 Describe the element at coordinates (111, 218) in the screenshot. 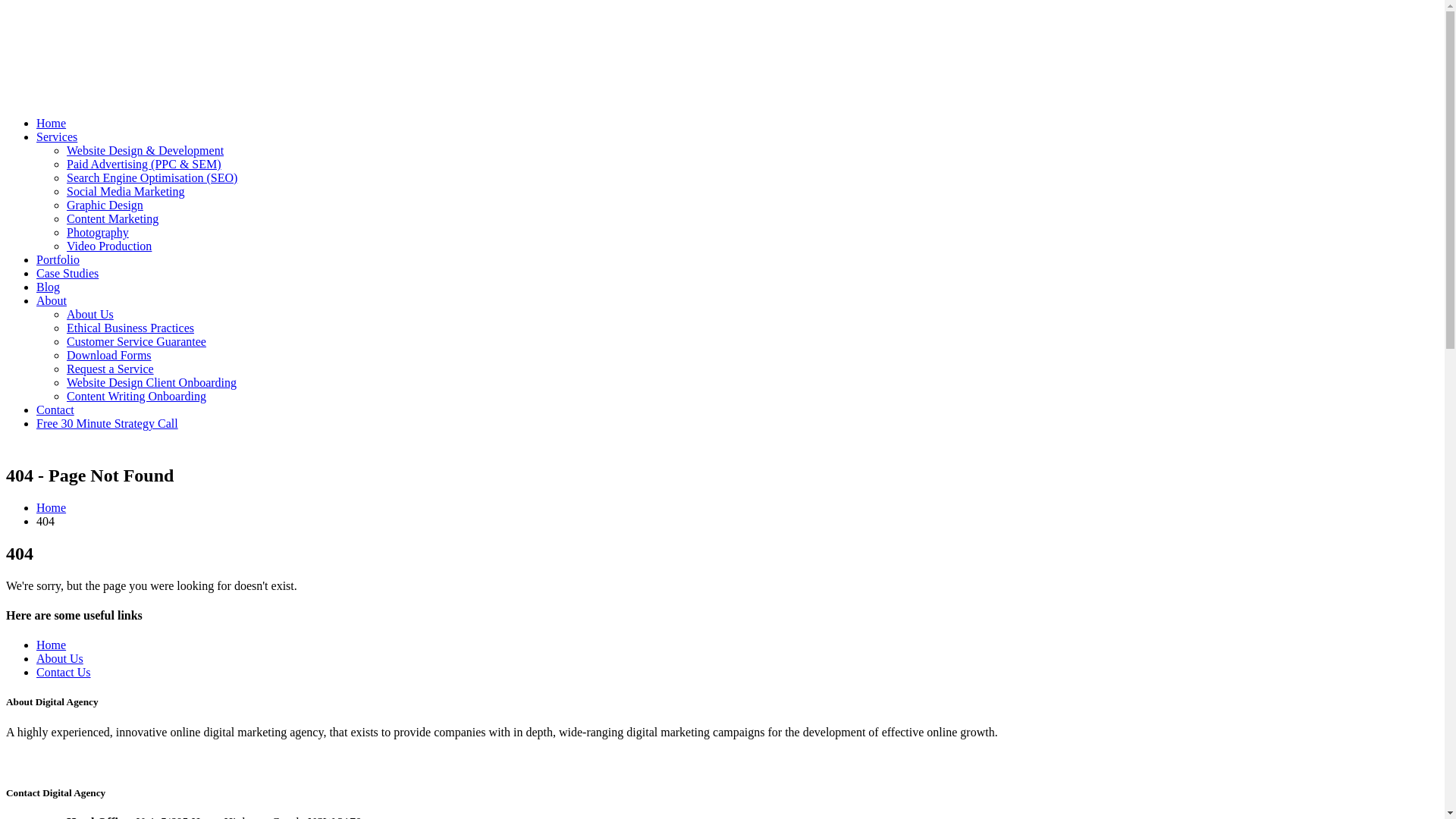

I see `'Content Marketing'` at that location.